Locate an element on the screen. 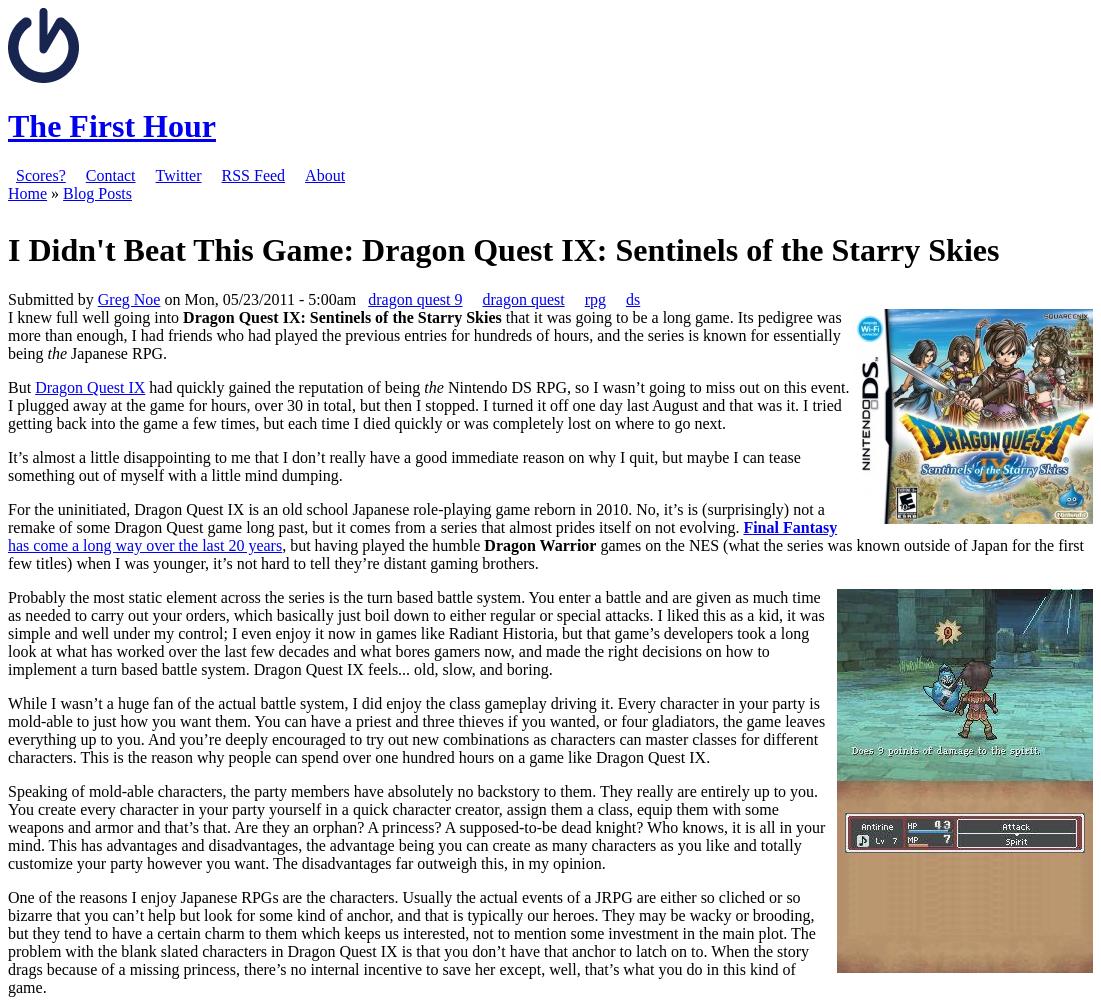 The height and width of the screenshot is (1000, 1101). 'Dragon Warrior' is located at coordinates (539, 544).